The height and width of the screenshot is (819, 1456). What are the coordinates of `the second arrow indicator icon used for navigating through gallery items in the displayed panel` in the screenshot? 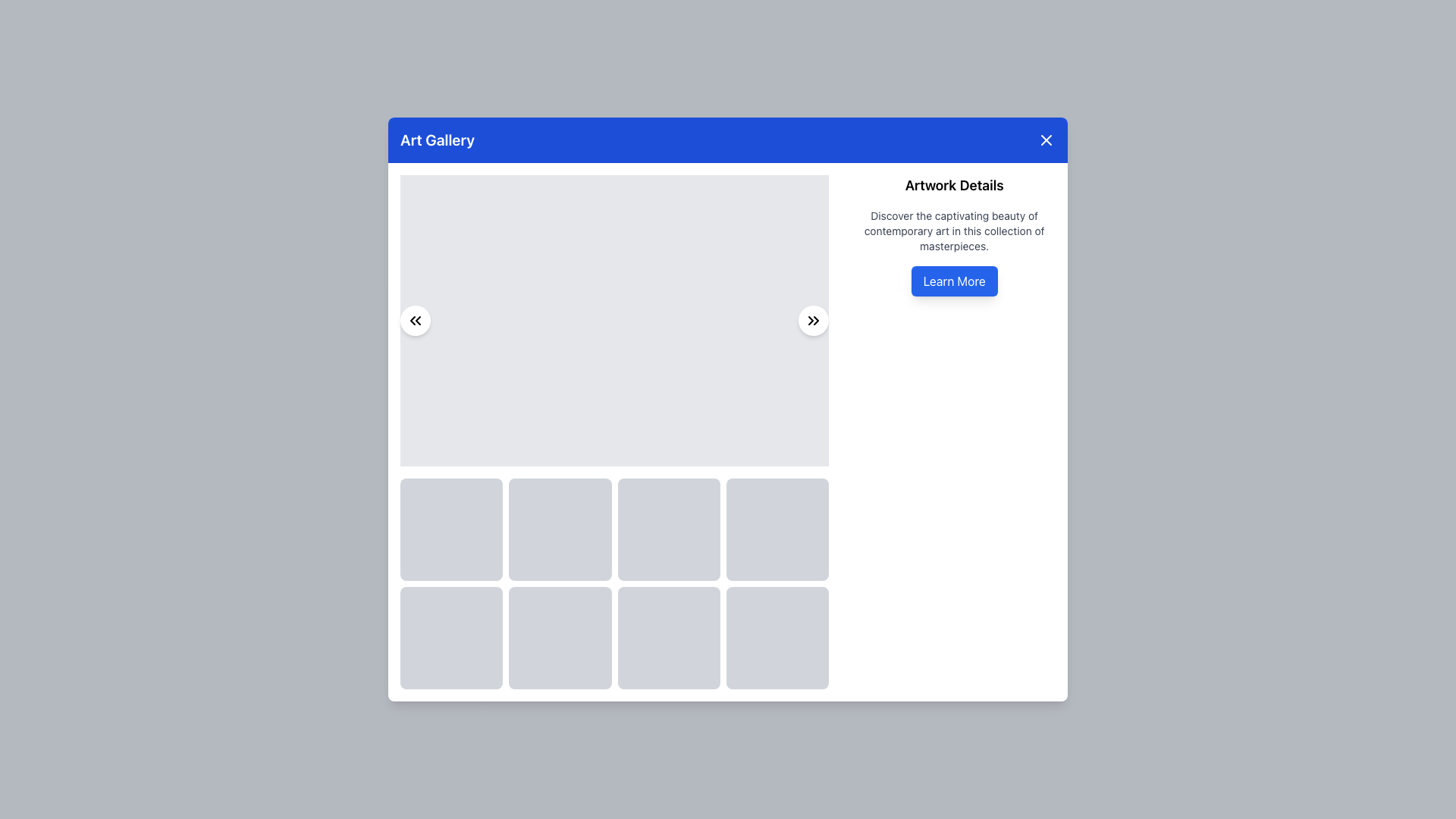 It's located at (418, 319).